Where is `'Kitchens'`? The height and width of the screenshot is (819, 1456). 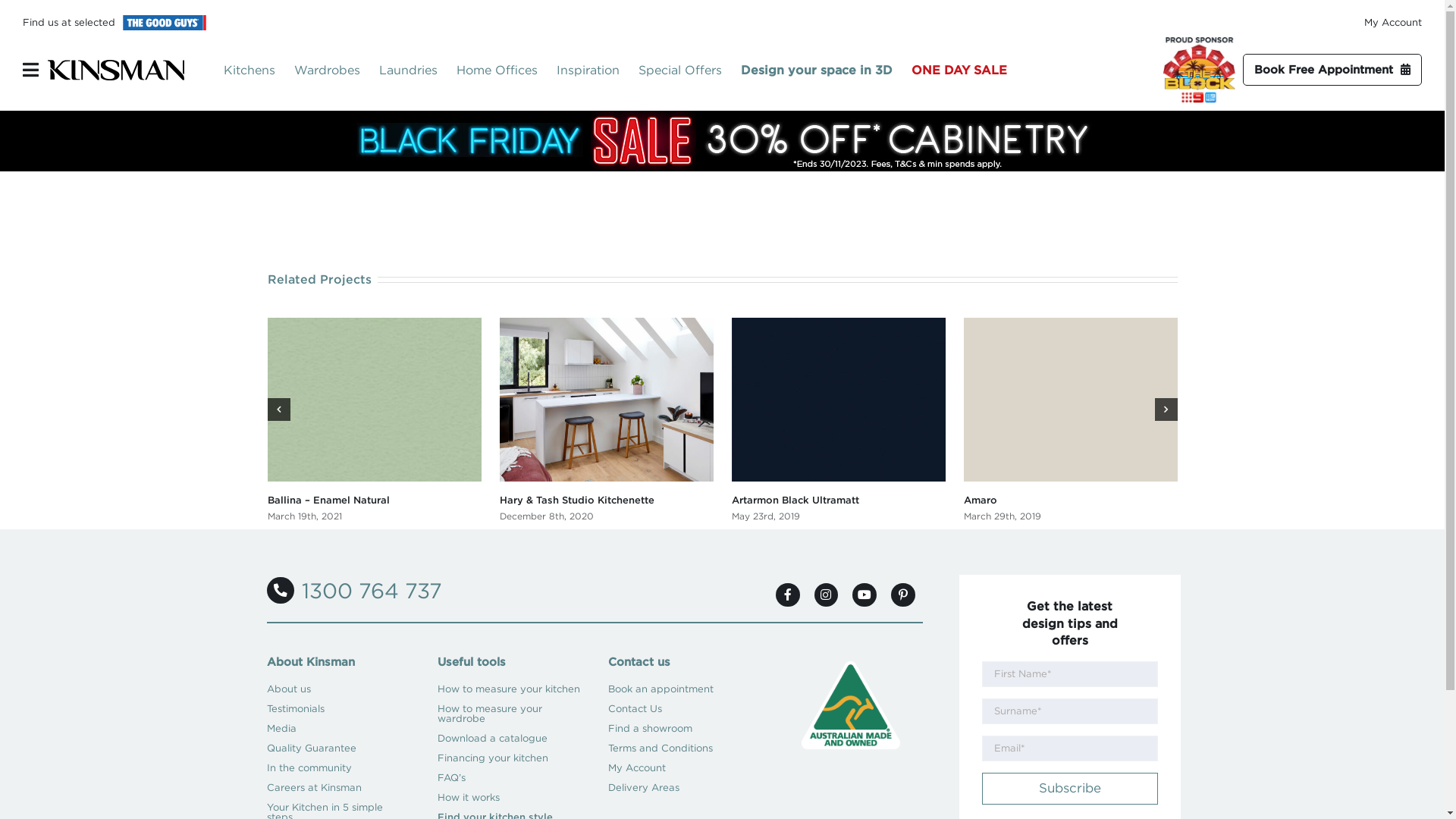 'Kitchens' is located at coordinates (259, 70).